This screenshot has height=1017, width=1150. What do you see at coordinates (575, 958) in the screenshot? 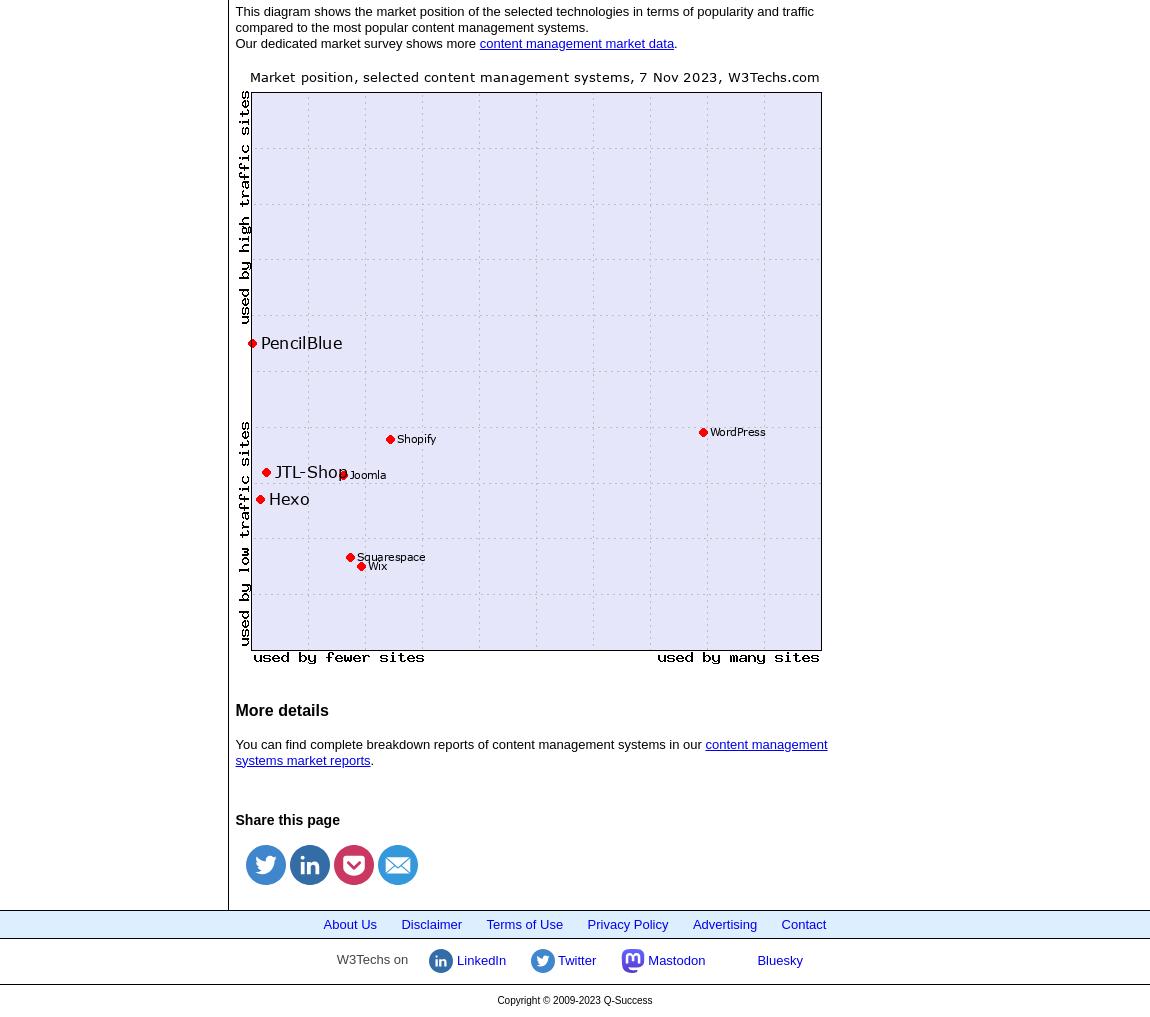
I see `'Twitter'` at bounding box center [575, 958].